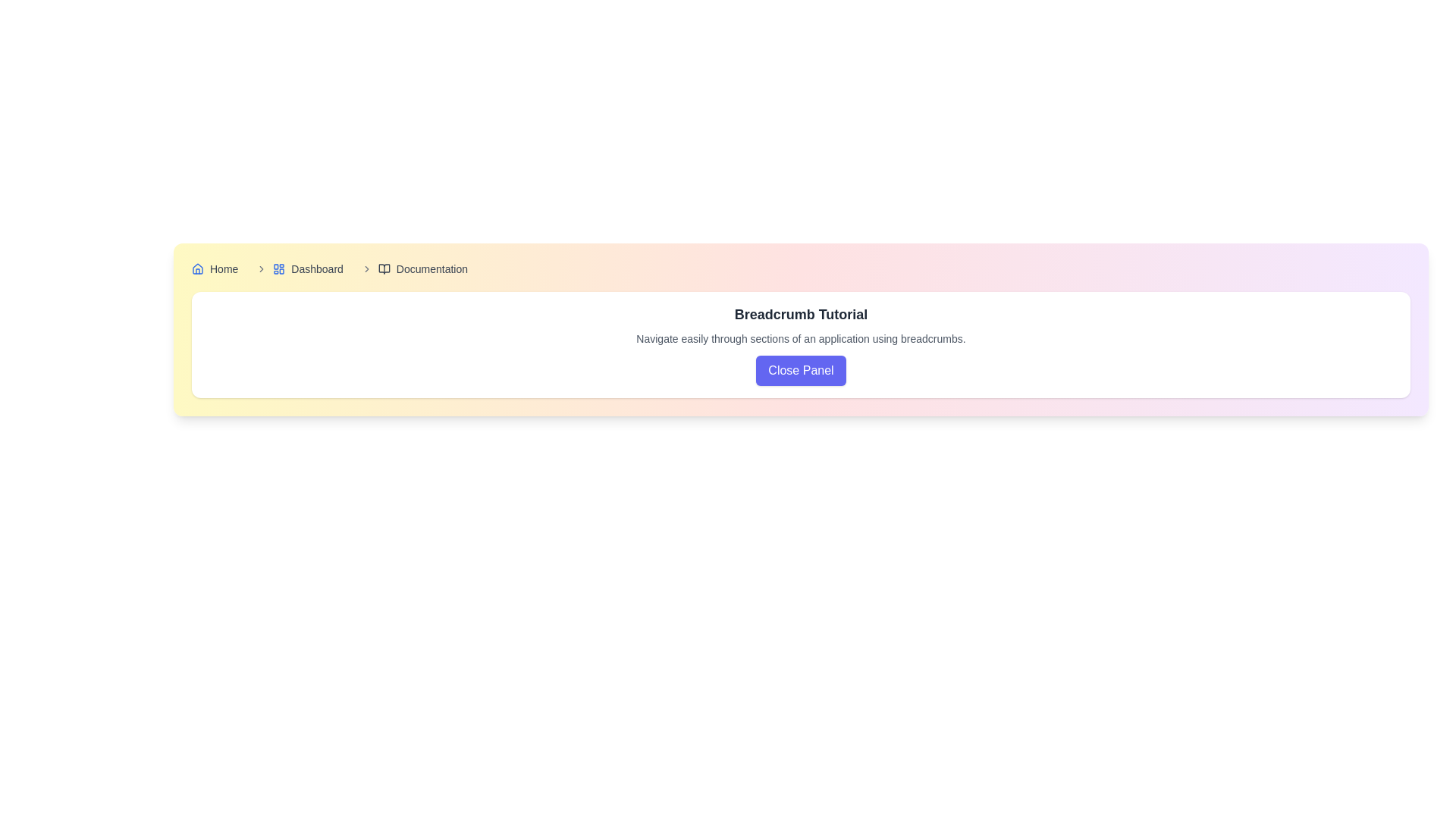 This screenshot has width=1456, height=819. I want to click on the 'Dashboard' static text label in the breadcrumb navigation bar, which is styled in medium-weight gray font and located to the right of the dashboard icon, so click(316, 268).